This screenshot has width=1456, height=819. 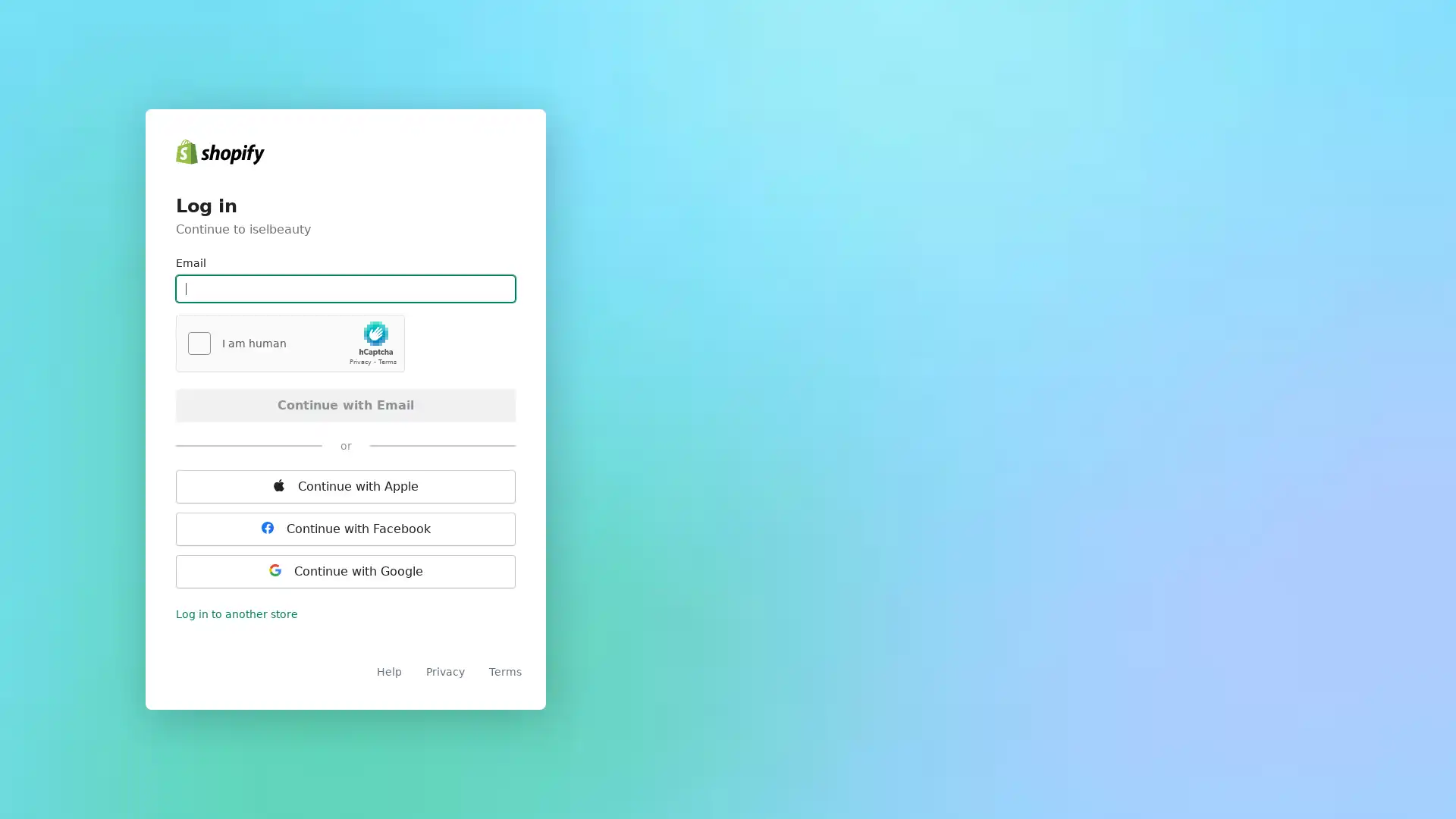 What do you see at coordinates (345, 403) in the screenshot?
I see `Continue with Email` at bounding box center [345, 403].